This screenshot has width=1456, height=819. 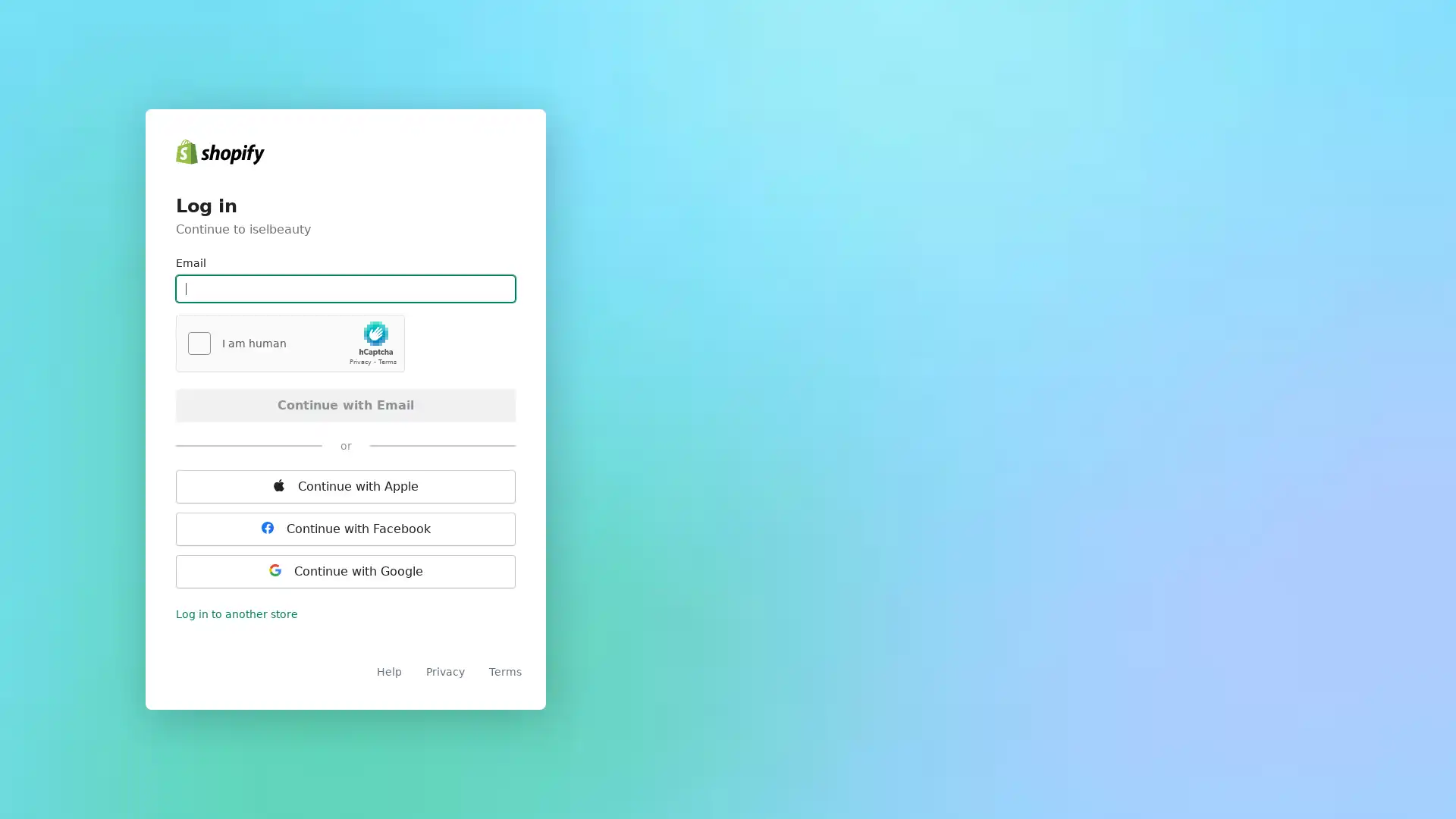 What do you see at coordinates (345, 403) in the screenshot?
I see `Continue with Email` at bounding box center [345, 403].